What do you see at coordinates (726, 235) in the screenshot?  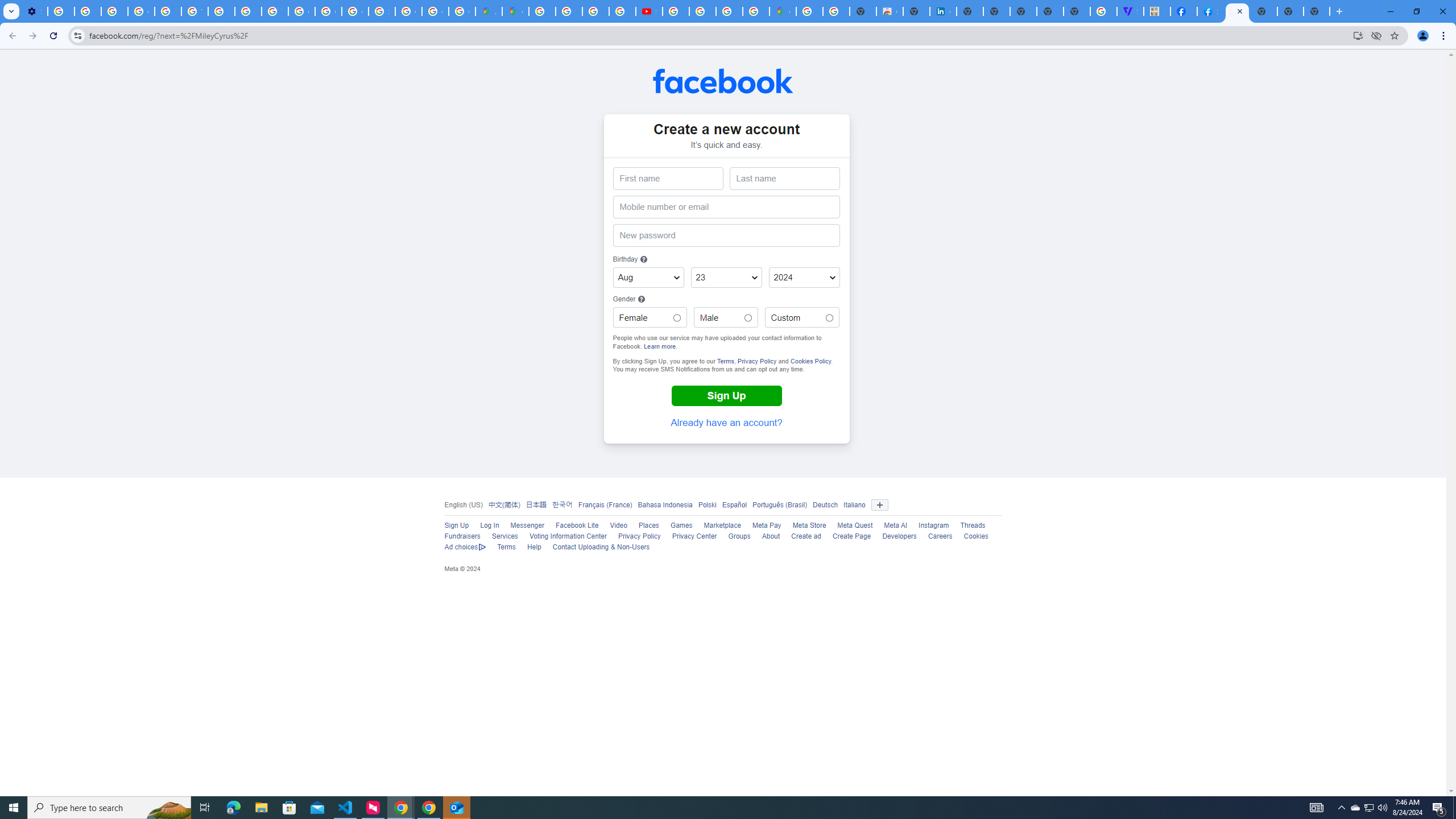 I see `'New password'` at bounding box center [726, 235].